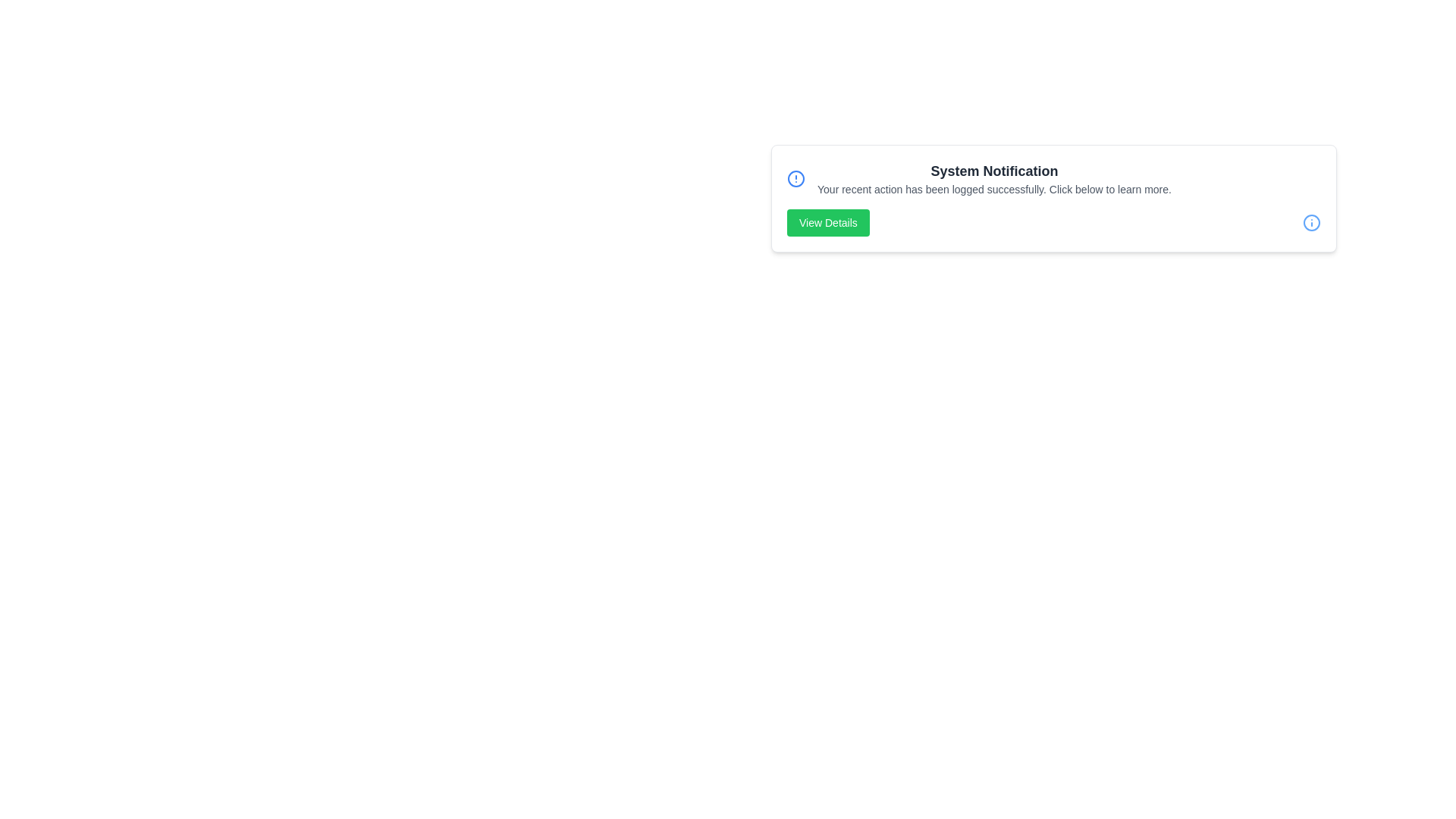 Image resolution: width=1456 pixels, height=819 pixels. Describe the element at coordinates (795, 177) in the screenshot. I see `the 'Alert Circle' icon on the left to inspect it` at that location.